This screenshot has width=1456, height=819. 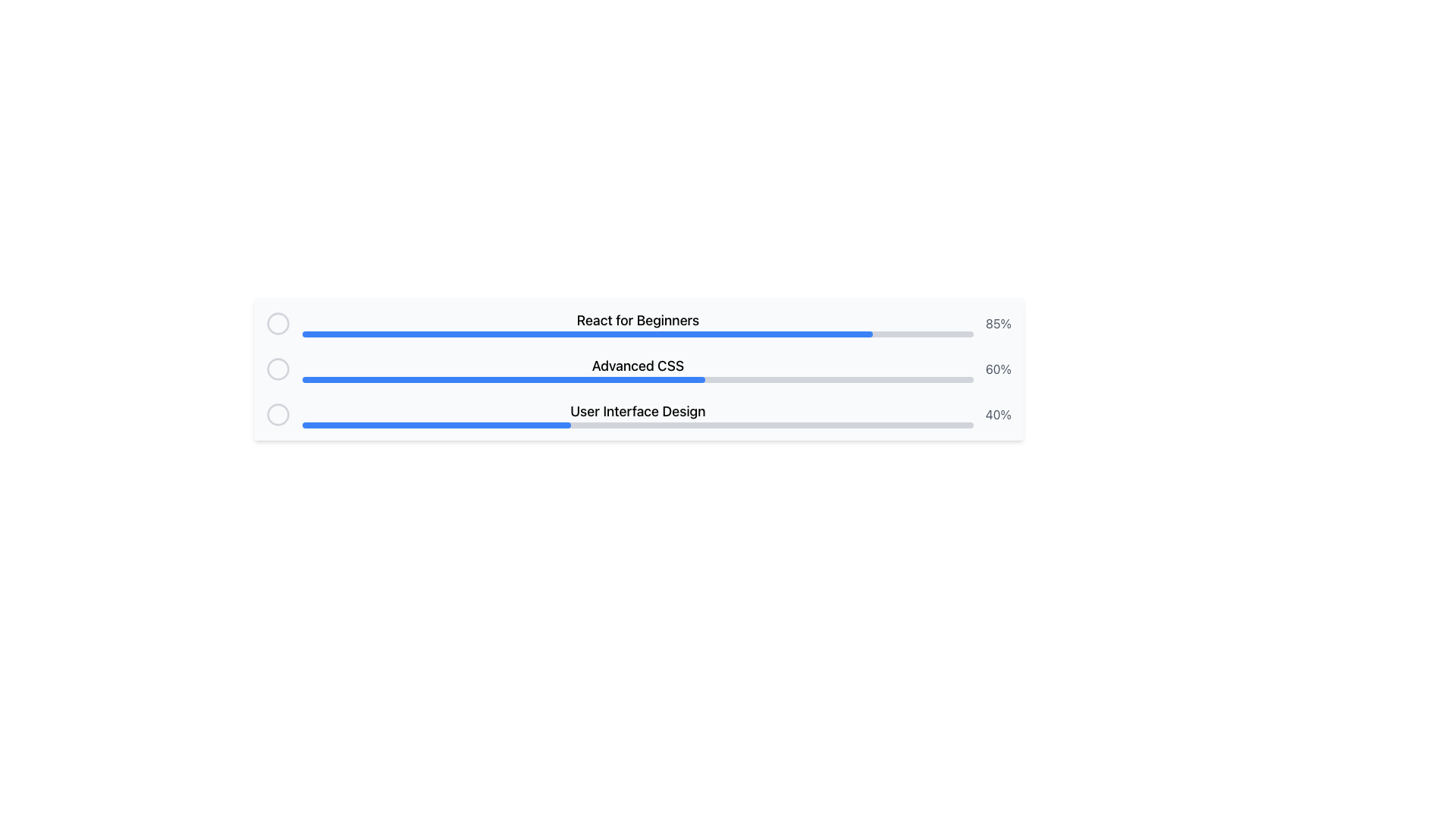 What do you see at coordinates (638, 333) in the screenshot?
I see `the progress bar representing the task 'React for Beginners', which is the first in a vertically stacked list of progress bars, located below its corresponding label` at bounding box center [638, 333].